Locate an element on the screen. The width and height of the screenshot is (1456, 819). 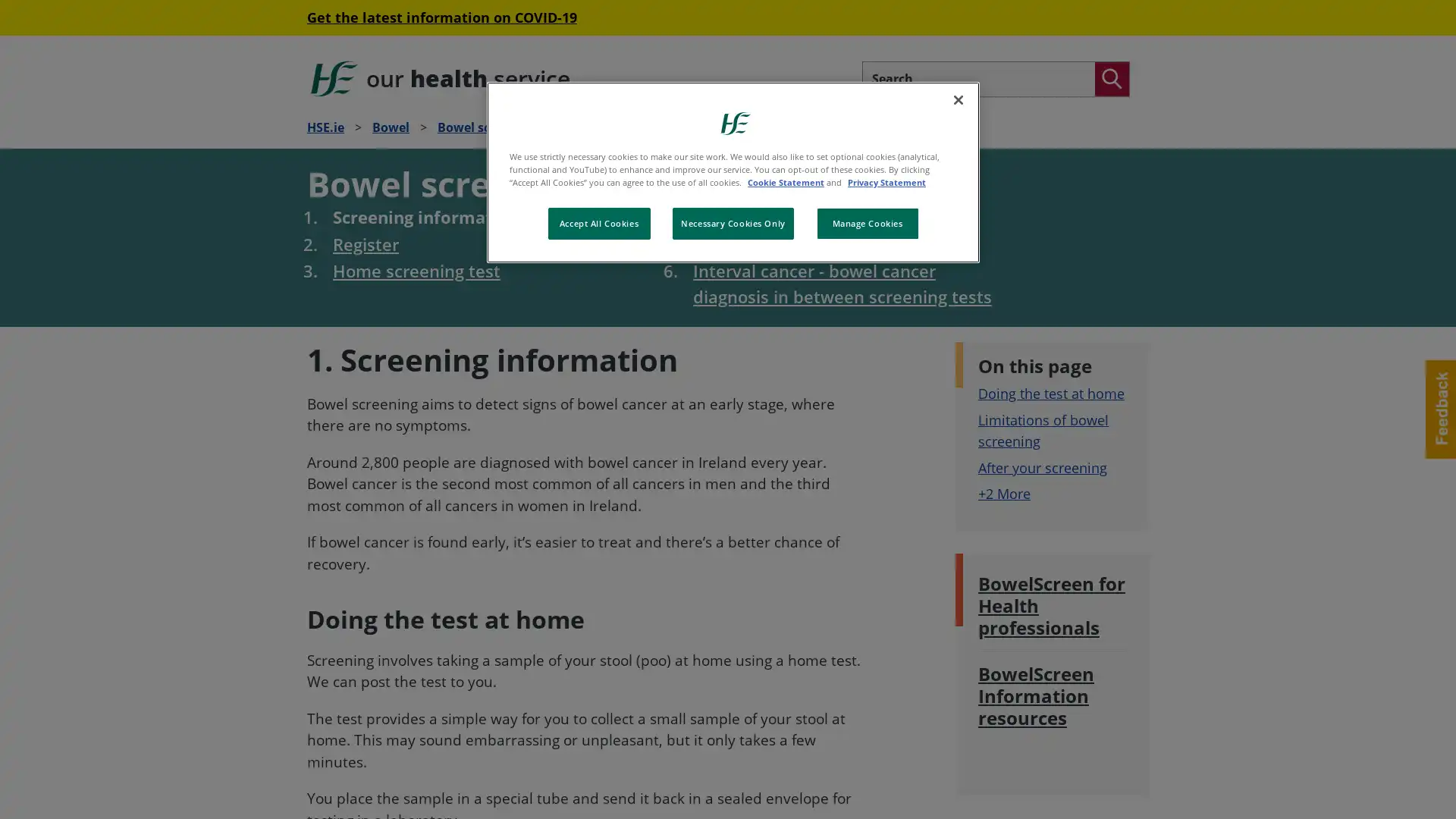
Manage Cookies is located at coordinates (867, 223).